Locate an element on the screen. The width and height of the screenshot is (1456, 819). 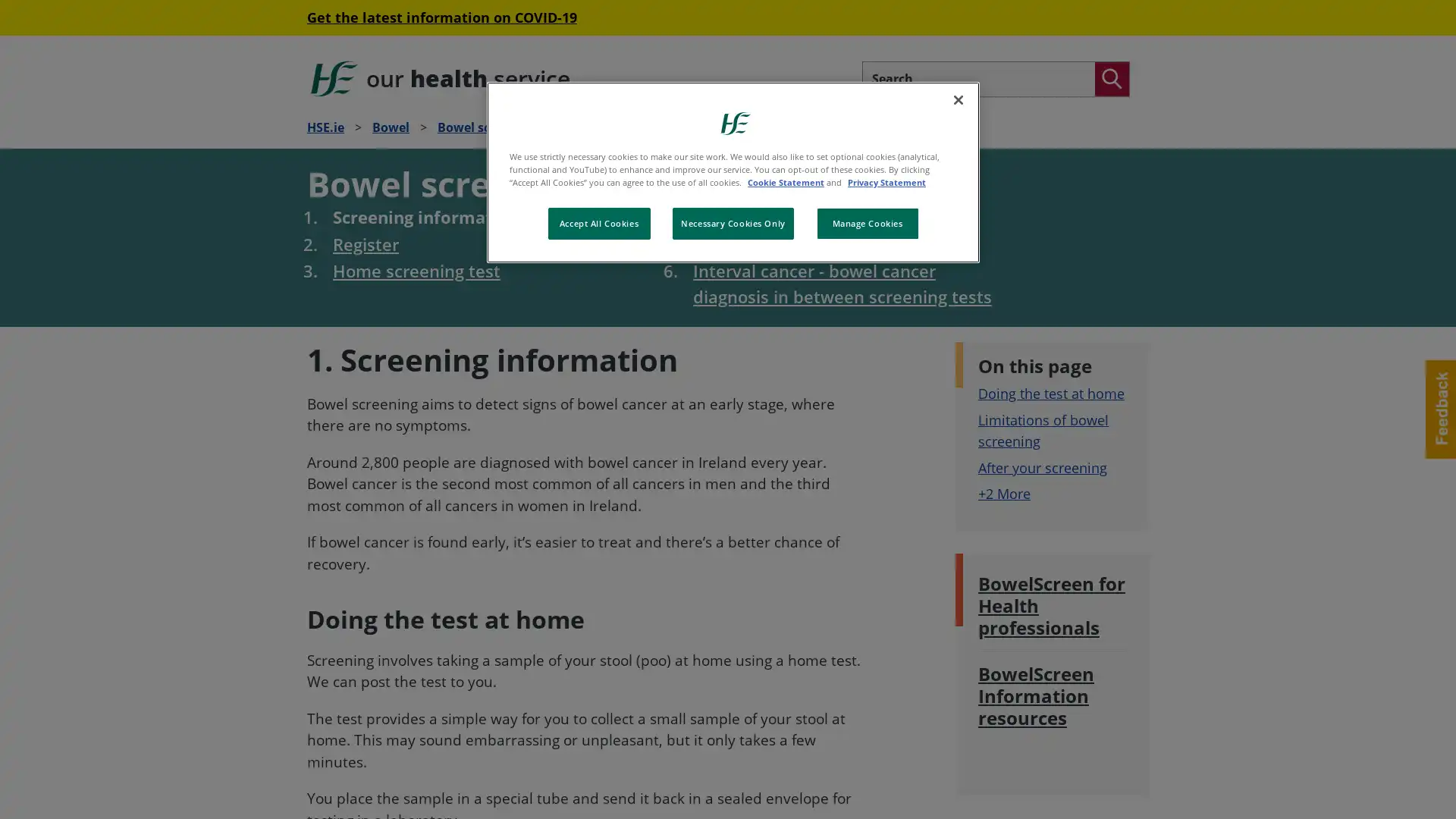
Manage Cookies is located at coordinates (867, 223).